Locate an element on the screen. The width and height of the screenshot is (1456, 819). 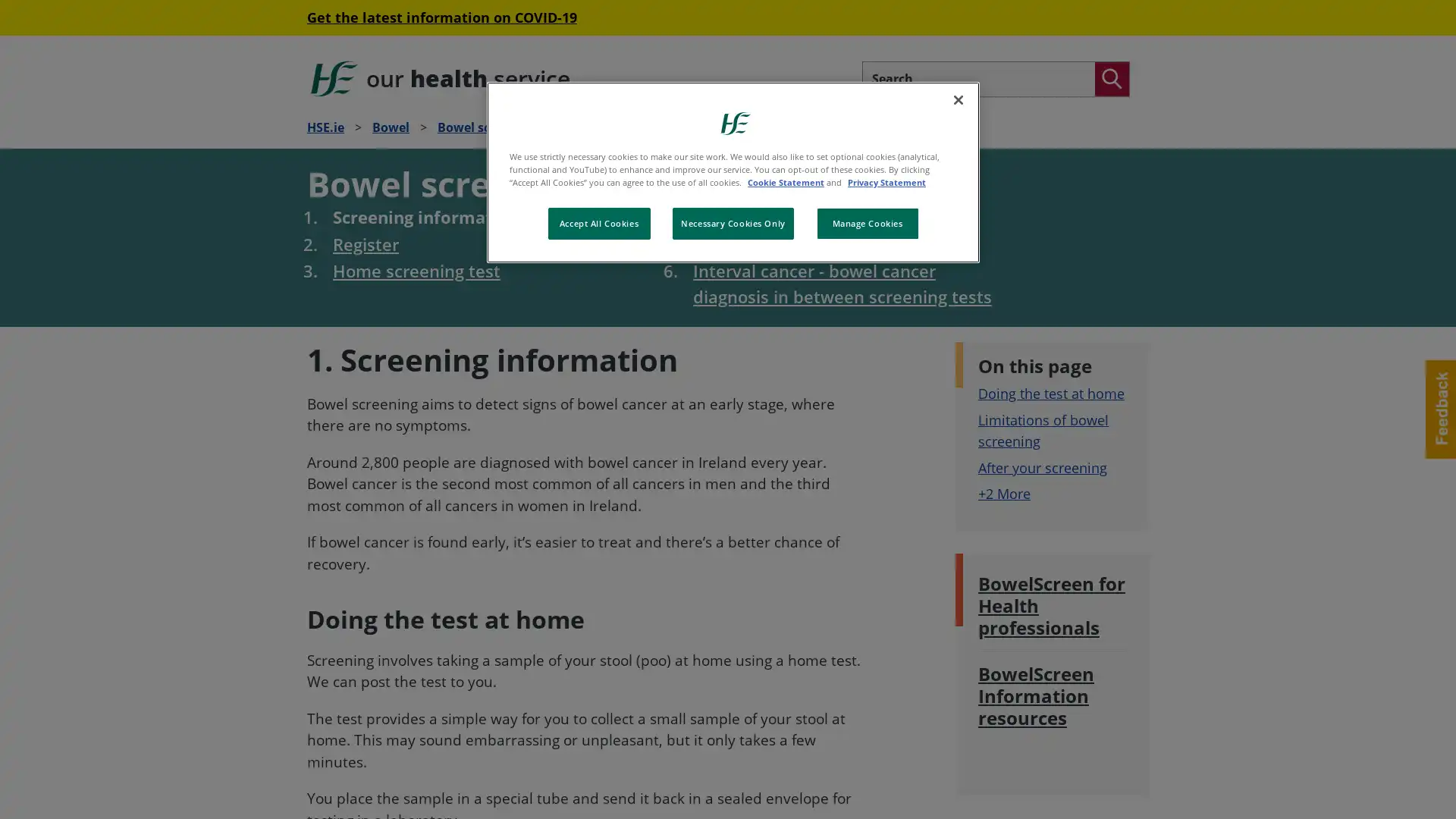
Manage Cookies is located at coordinates (867, 223).